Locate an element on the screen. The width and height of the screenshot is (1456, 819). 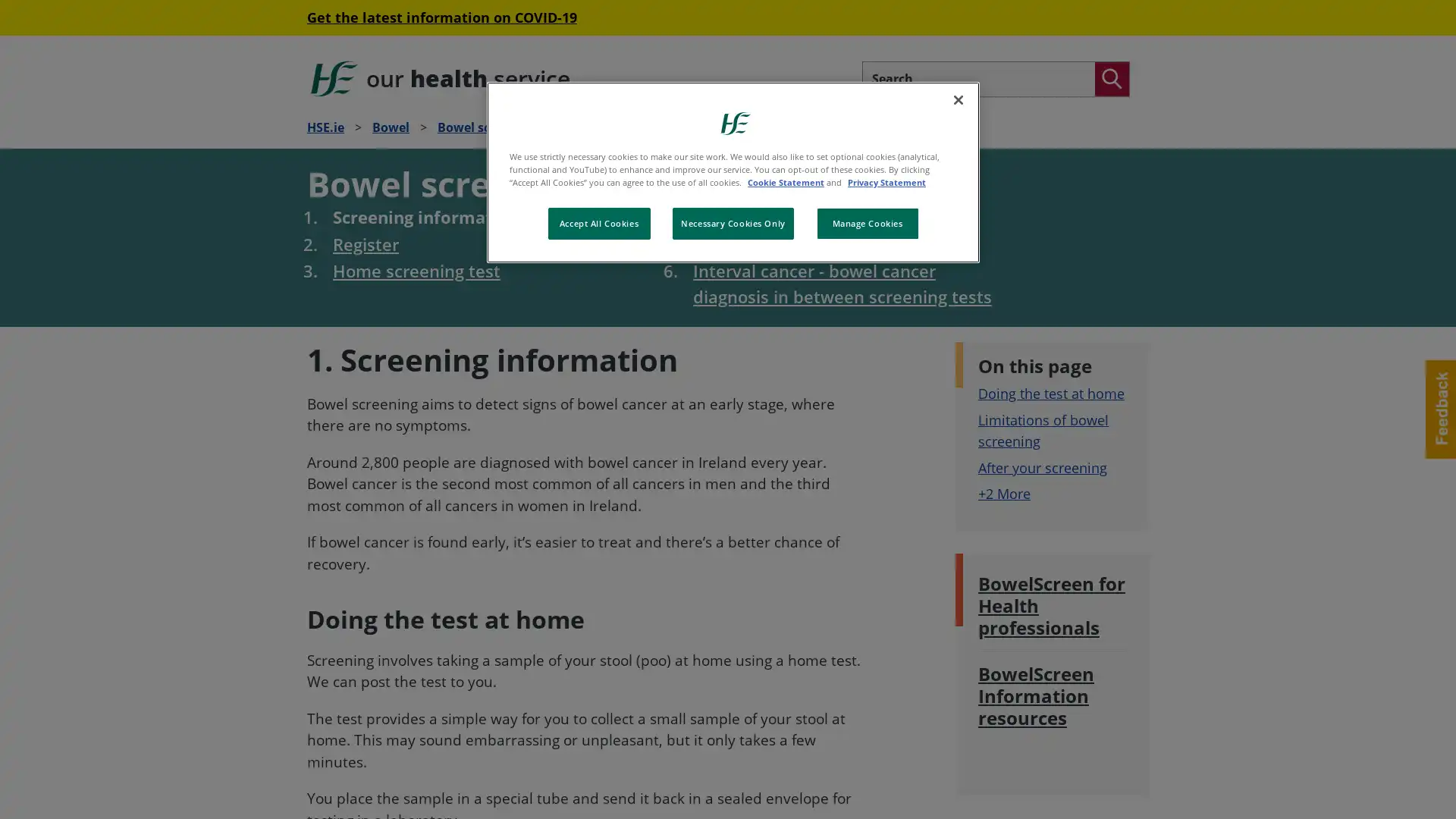
Manage Cookies is located at coordinates (867, 223).